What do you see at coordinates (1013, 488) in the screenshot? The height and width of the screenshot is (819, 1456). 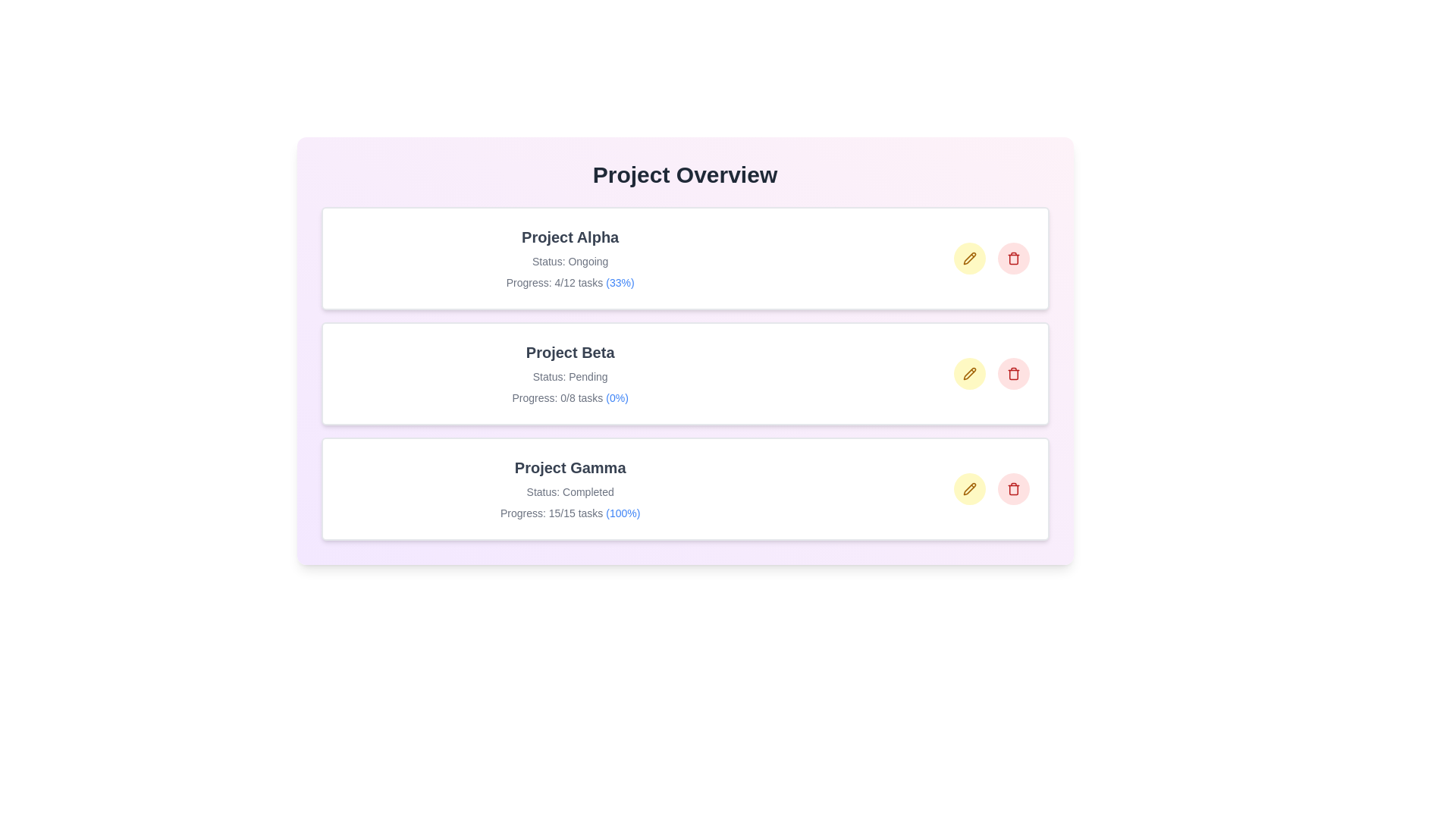 I see `trash icon to delete the project Project Gamma` at bounding box center [1013, 488].